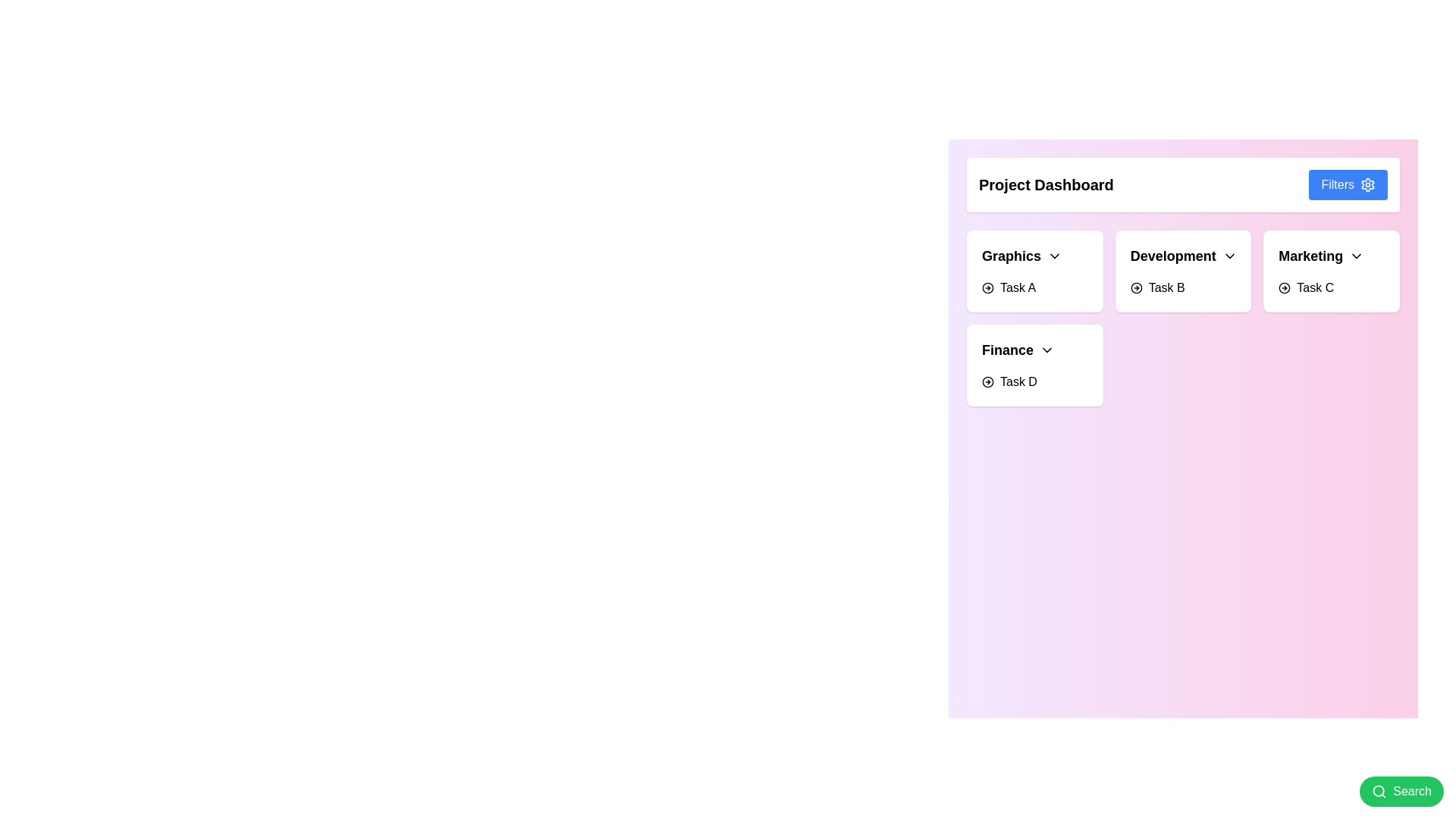 Image resolution: width=1456 pixels, height=819 pixels. I want to click on the green rounded button with a magnifying glass icon and 'Search' text, so click(1401, 791).